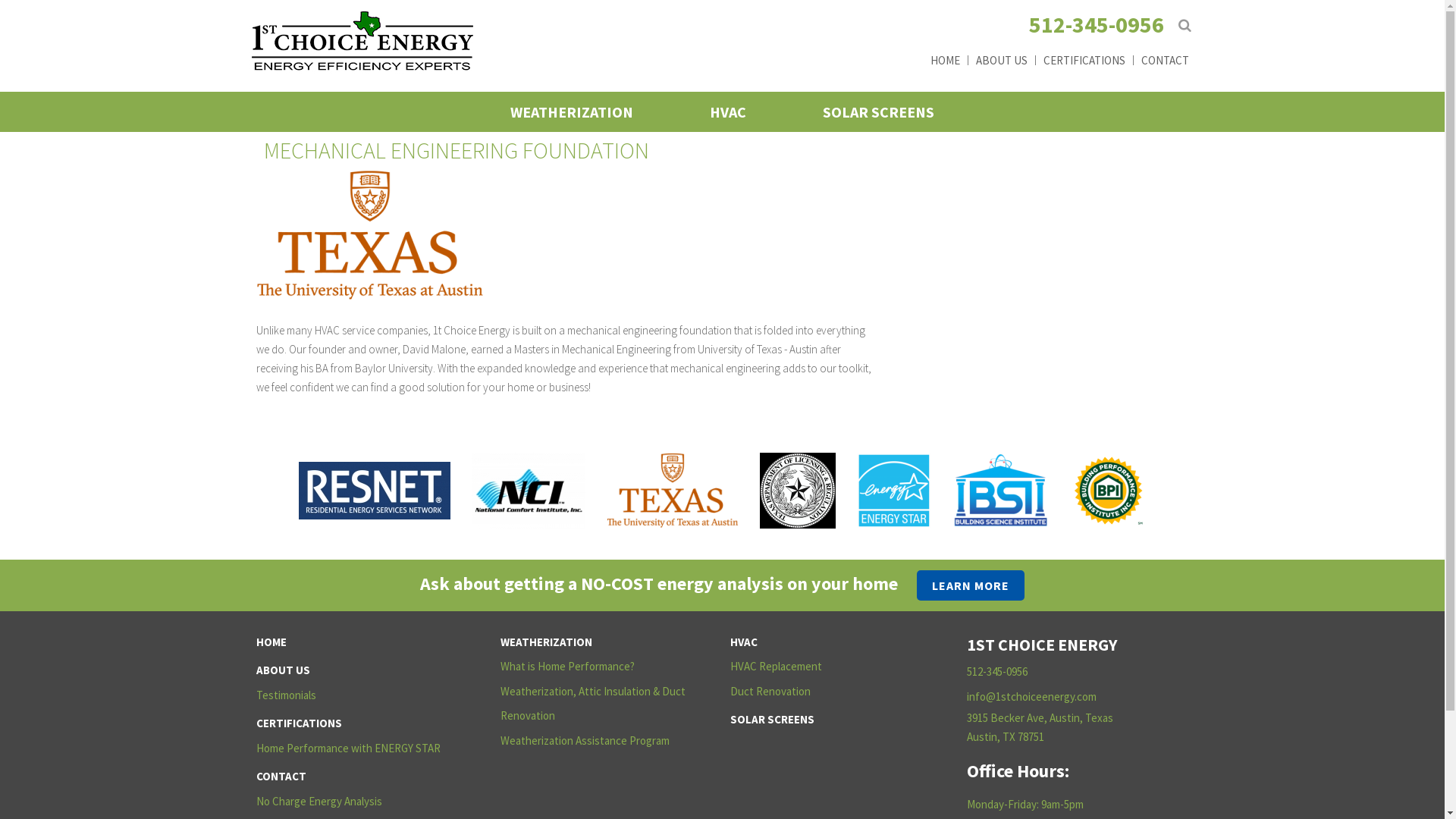  What do you see at coordinates (729, 692) in the screenshot?
I see `'Duct Renovation'` at bounding box center [729, 692].